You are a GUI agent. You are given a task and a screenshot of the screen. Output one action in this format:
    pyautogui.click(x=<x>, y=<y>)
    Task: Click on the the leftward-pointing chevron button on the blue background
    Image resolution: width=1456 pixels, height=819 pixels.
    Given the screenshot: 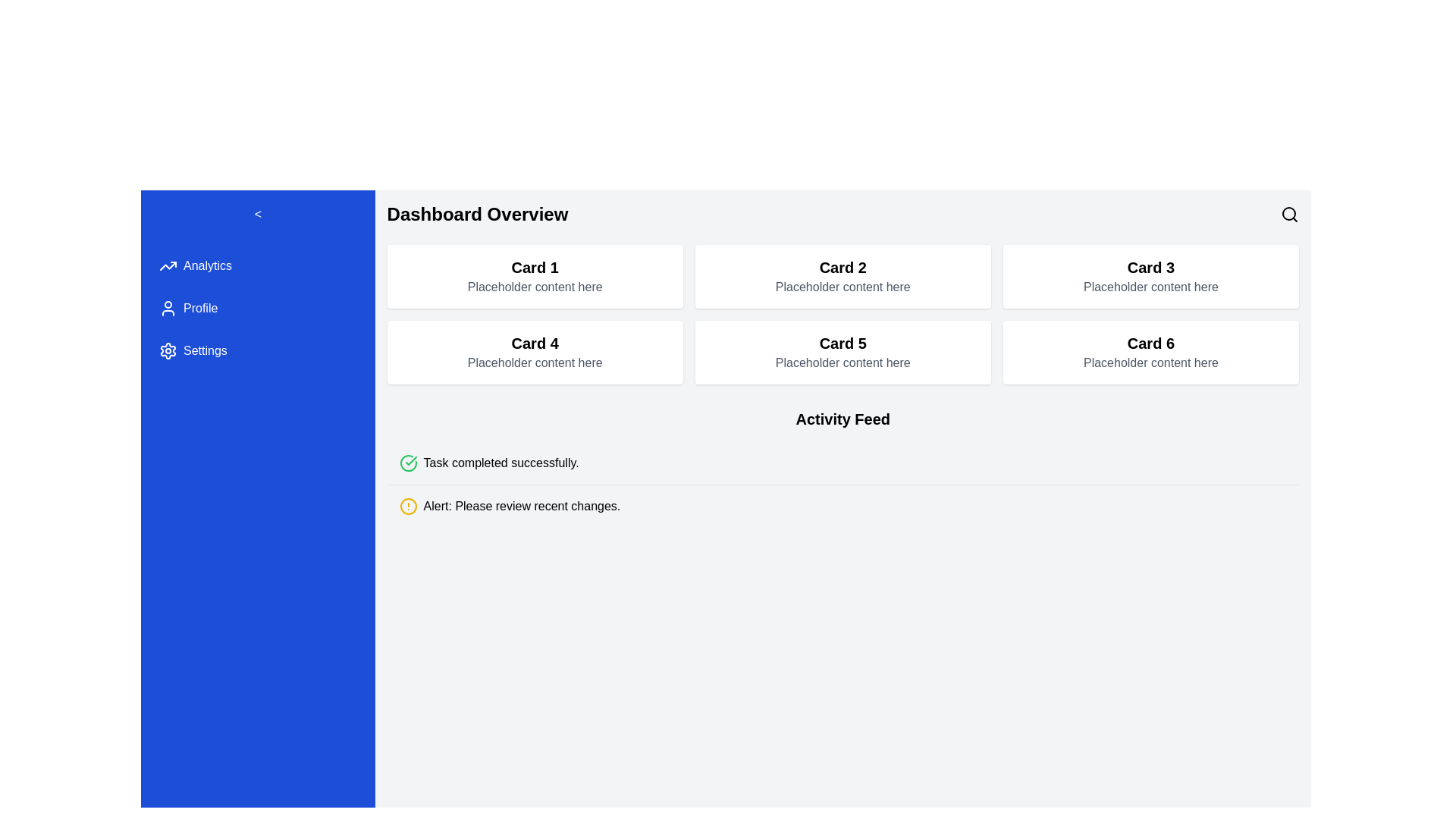 What is the action you would take?
    pyautogui.click(x=258, y=214)
    